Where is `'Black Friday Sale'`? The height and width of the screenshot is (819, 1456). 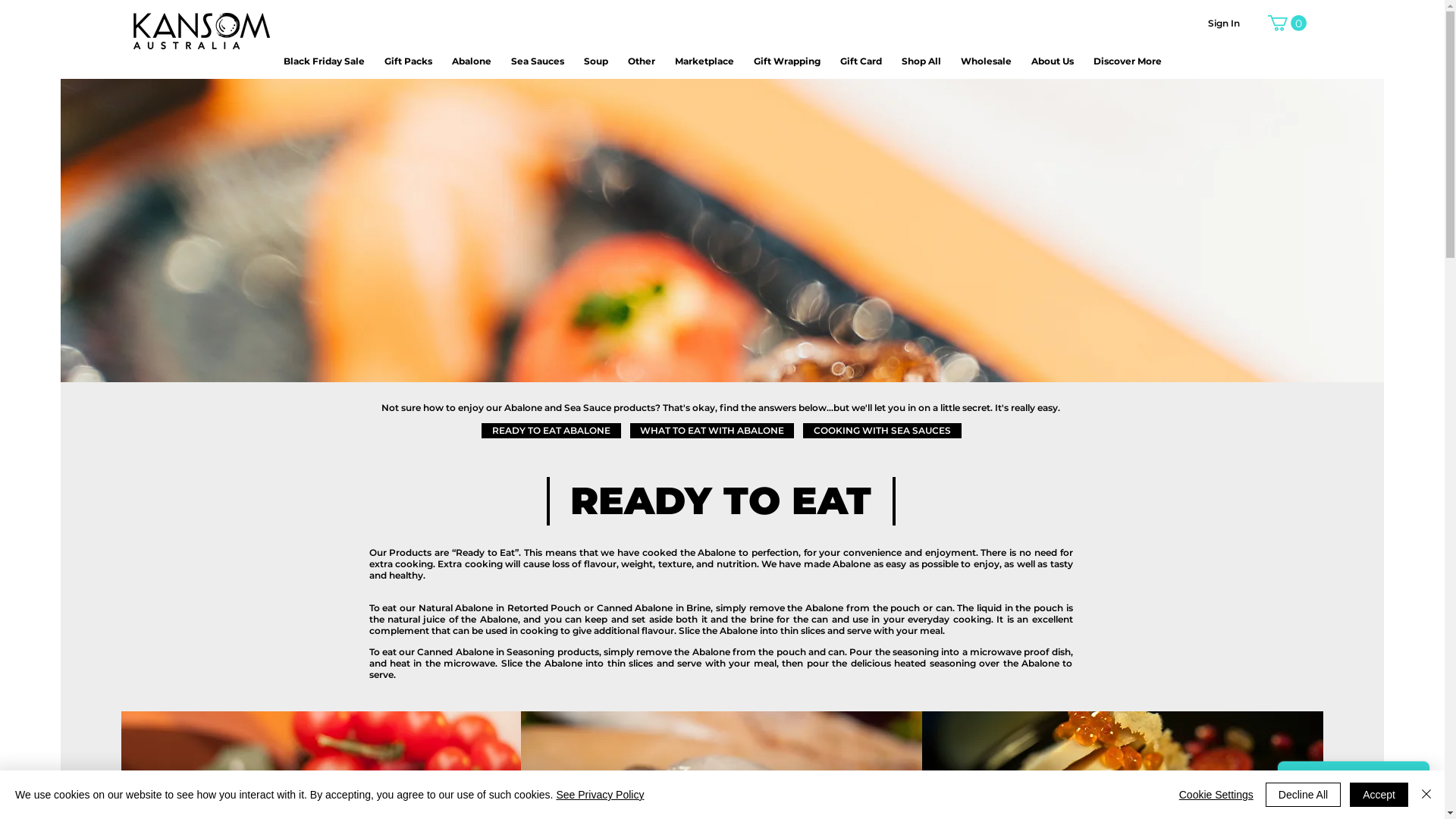
'Black Friday Sale' is located at coordinates (323, 60).